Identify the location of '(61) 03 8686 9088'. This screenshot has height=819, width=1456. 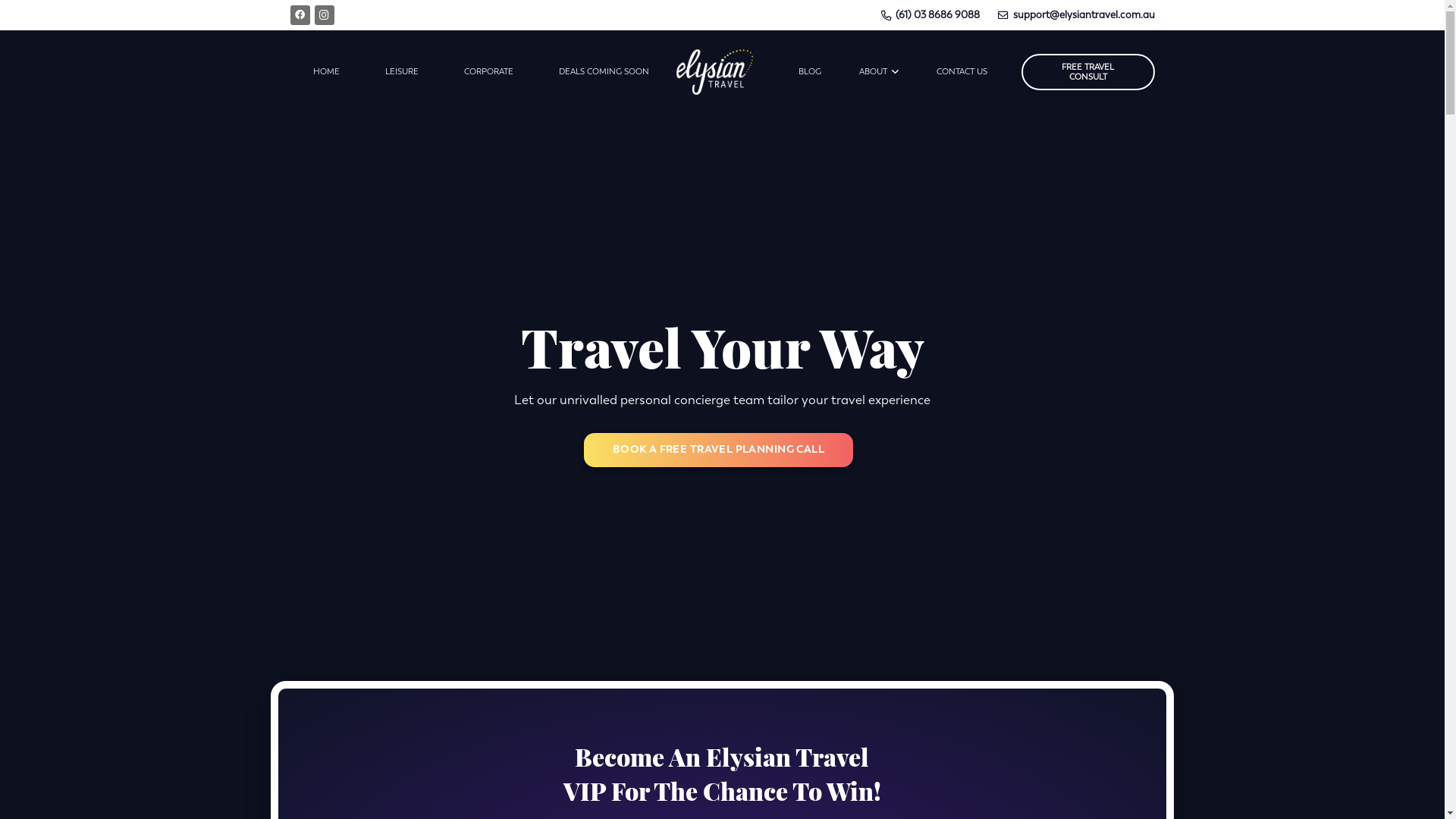
(930, 14).